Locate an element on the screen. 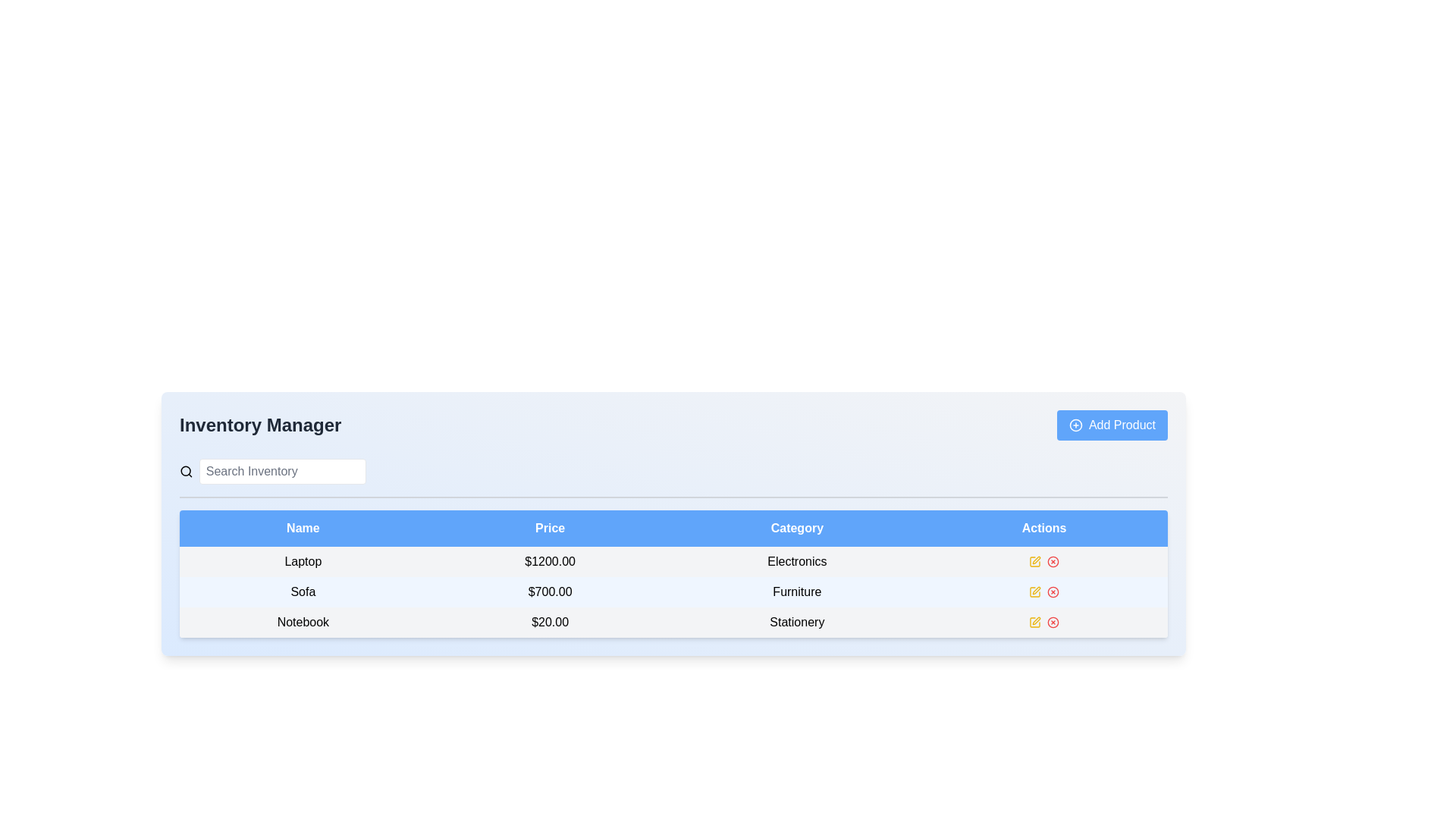 This screenshot has height=819, width=1456. the circular red 'x' button in the 'Actions' column of the table is located at coordinates (1052, 561).